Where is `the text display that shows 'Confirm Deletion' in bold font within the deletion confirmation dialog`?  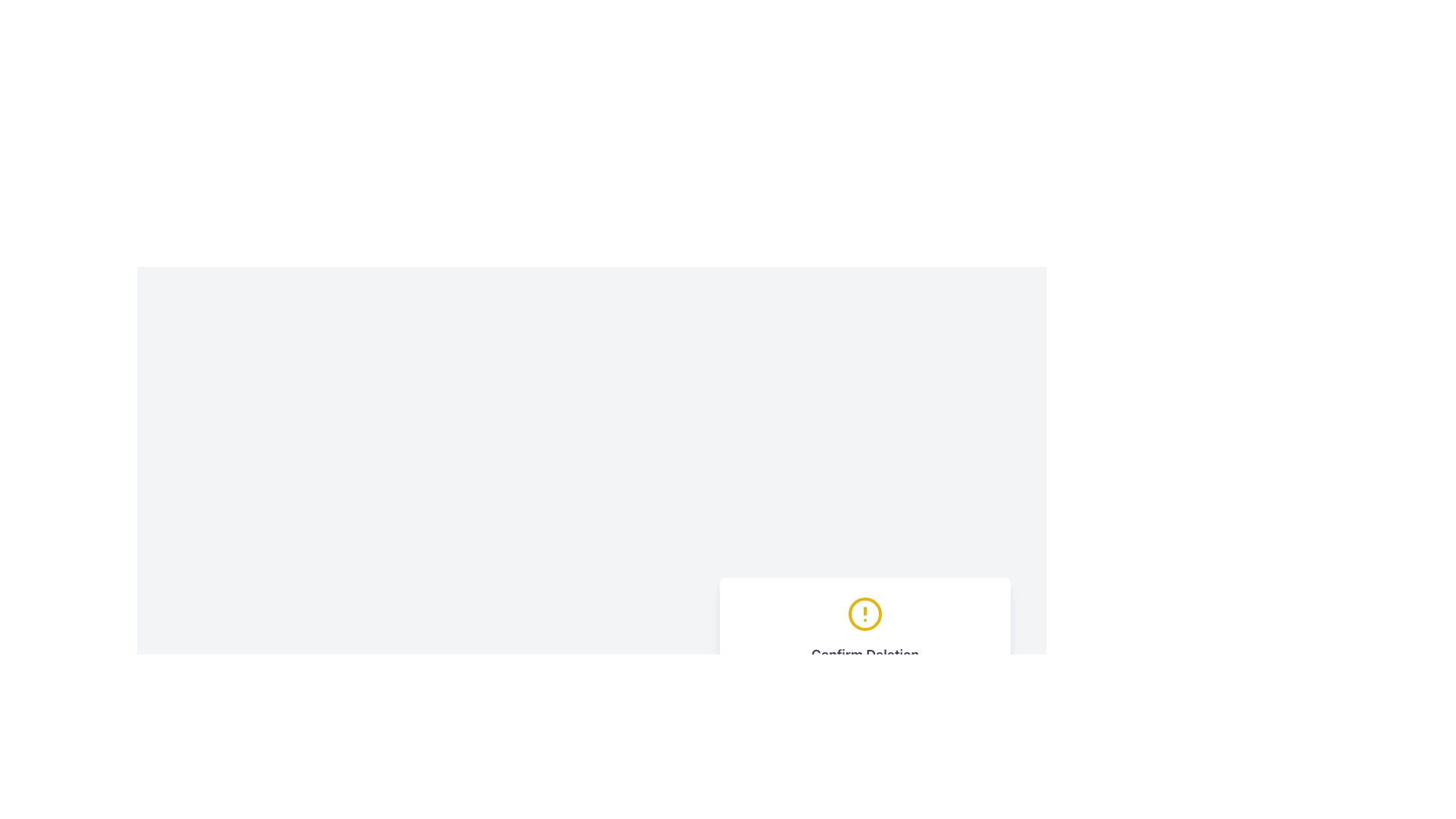
the text display that shows 'Confirm Deletion' in bold font within the deletion confirmation dialog is located at coordinates (865, 654).